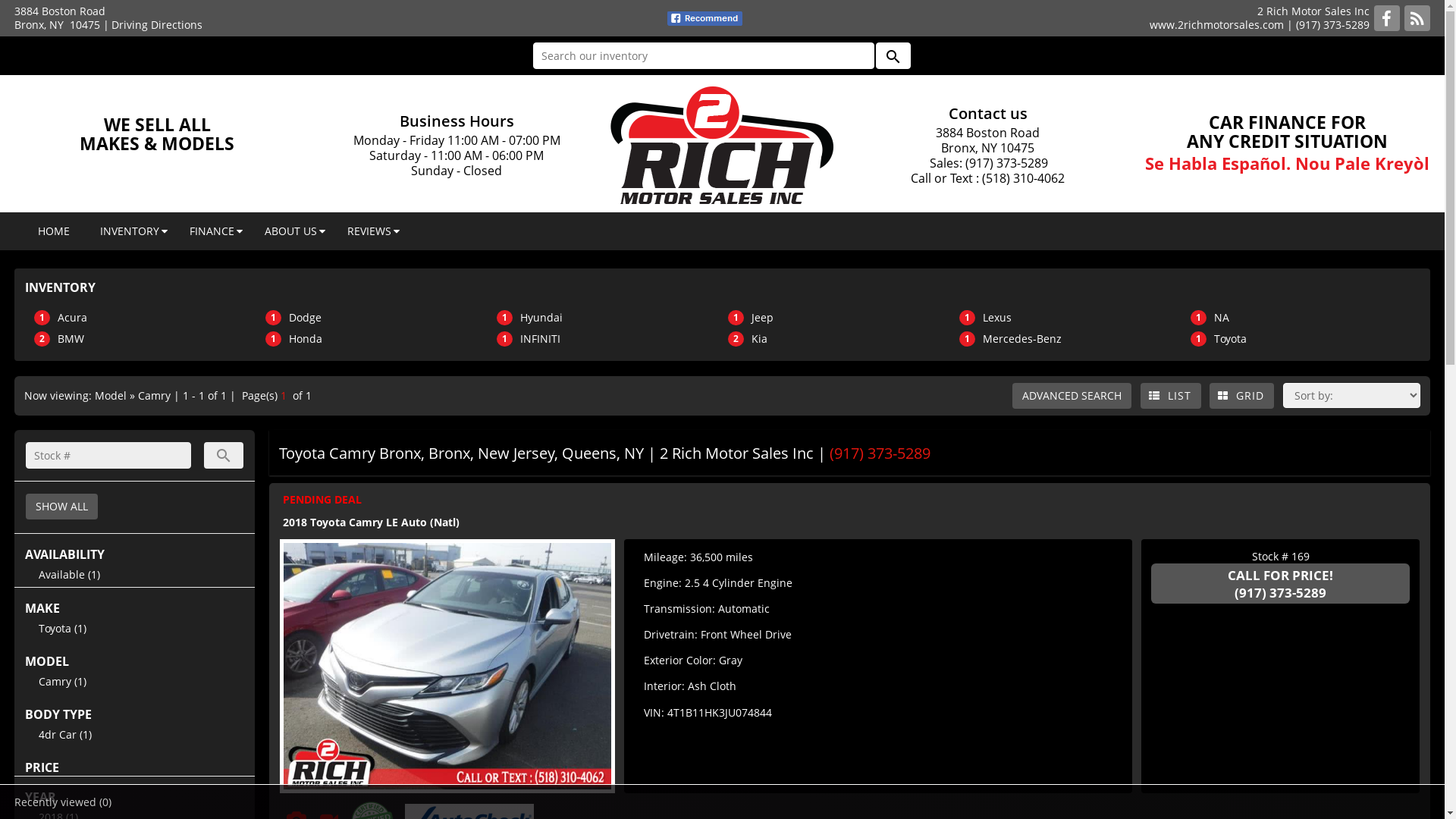 The image size is (1456, 819). I want to click on 'GRID', so click(1241, 394).